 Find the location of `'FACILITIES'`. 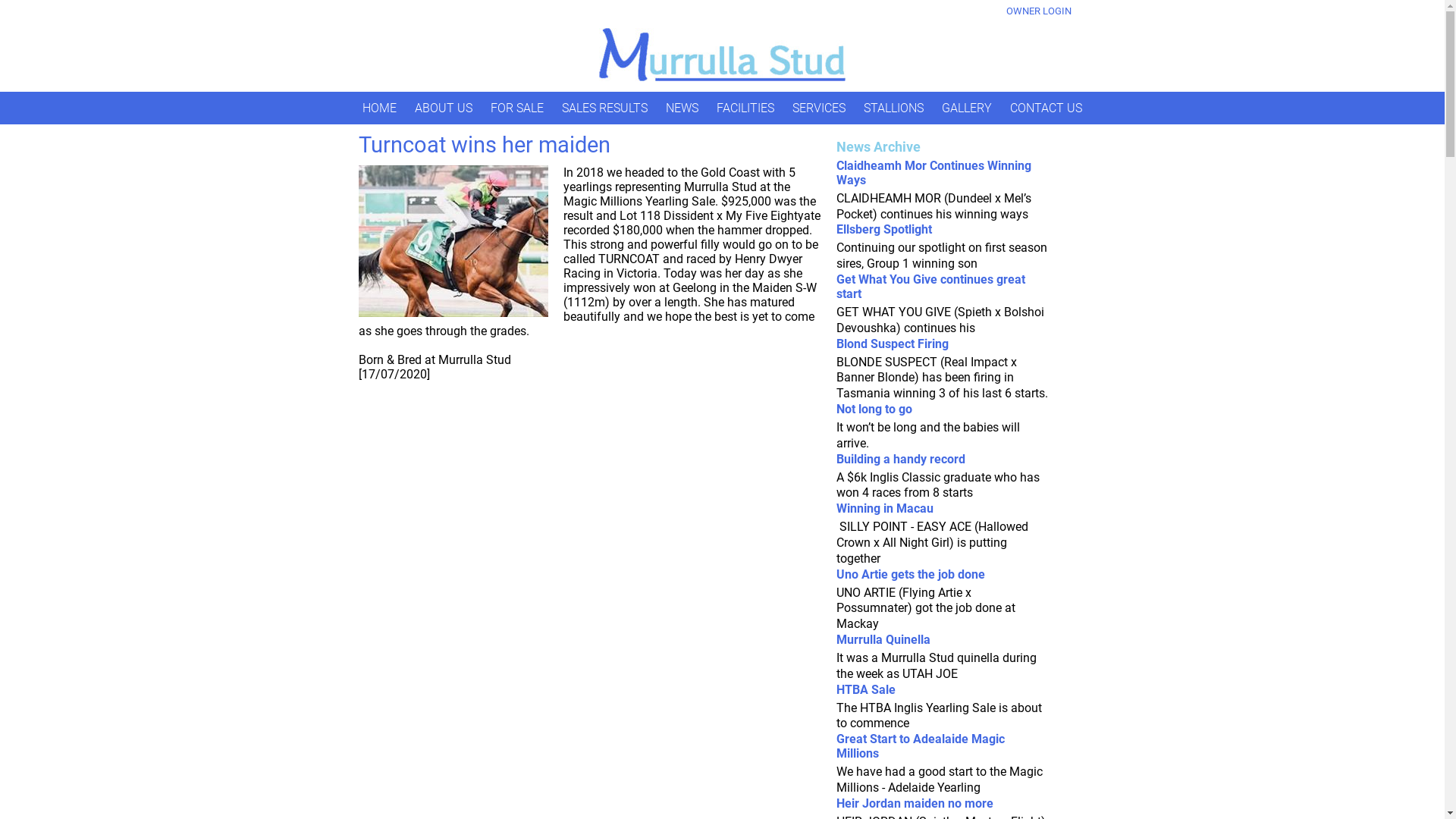

'FACILITIES' is located at coordinates (749, 107).